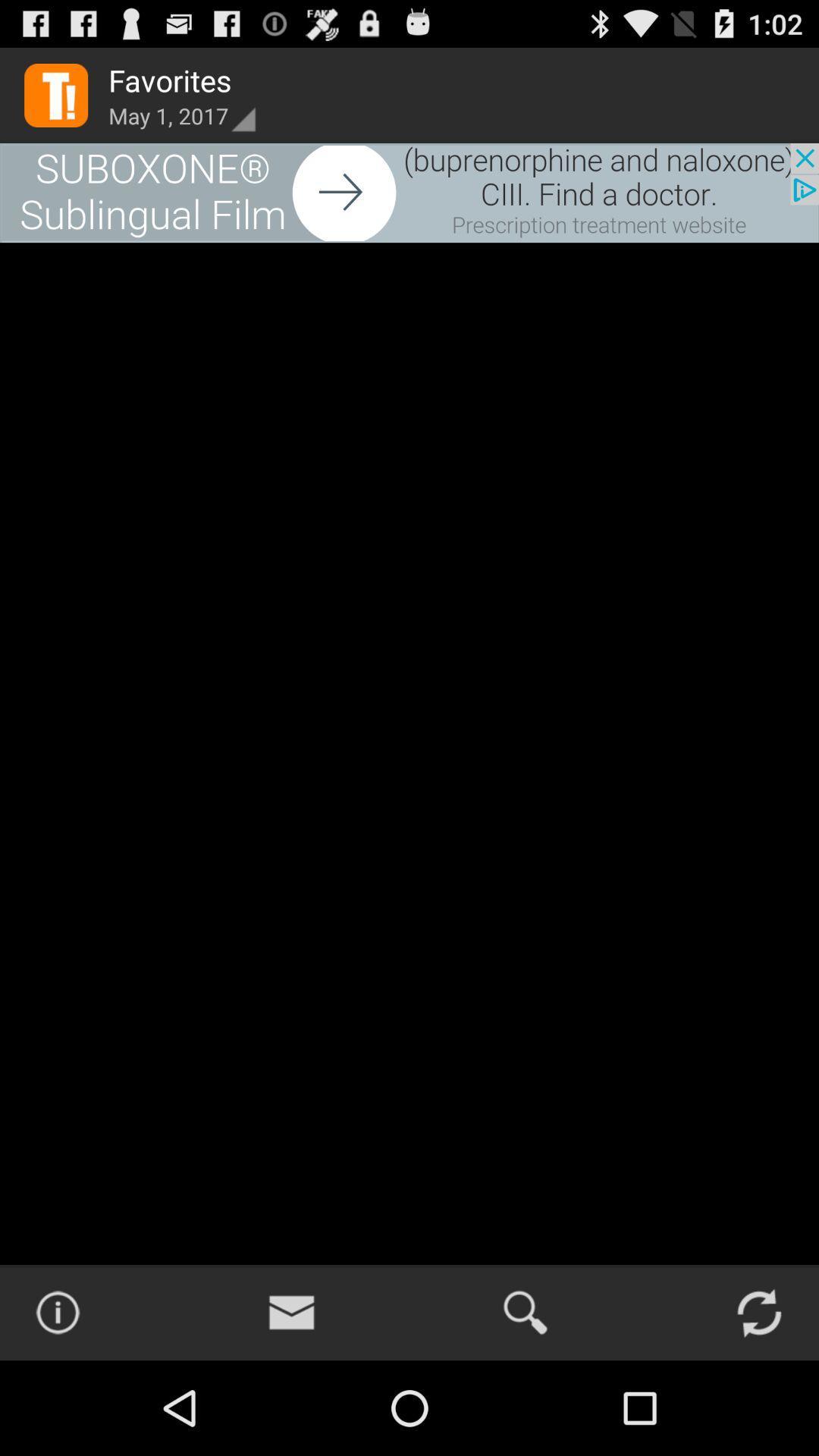  I want to click on advertisement area, so click(409, 192).